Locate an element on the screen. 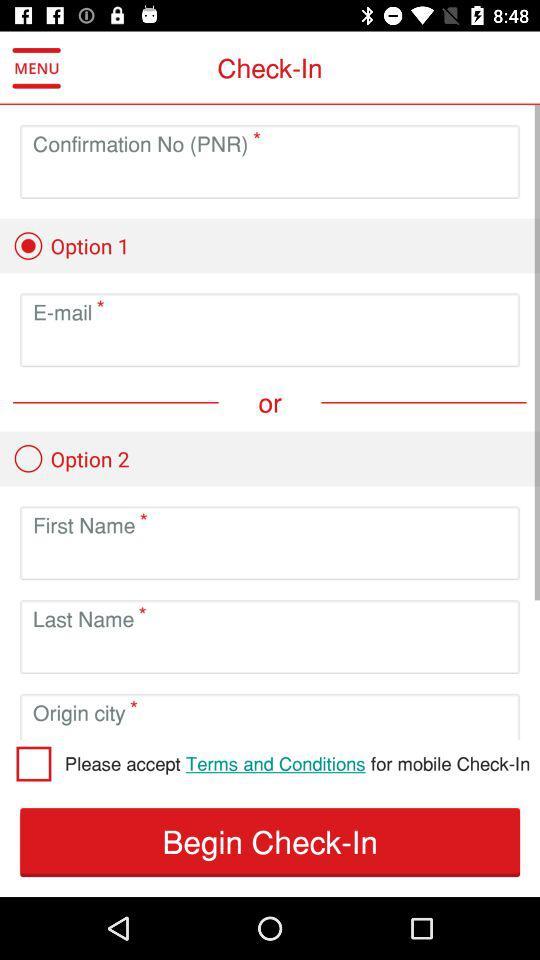 Image resolution: width=540 pixels, height=960 pixels. first radio button and text is located at coordinates (70, 245).